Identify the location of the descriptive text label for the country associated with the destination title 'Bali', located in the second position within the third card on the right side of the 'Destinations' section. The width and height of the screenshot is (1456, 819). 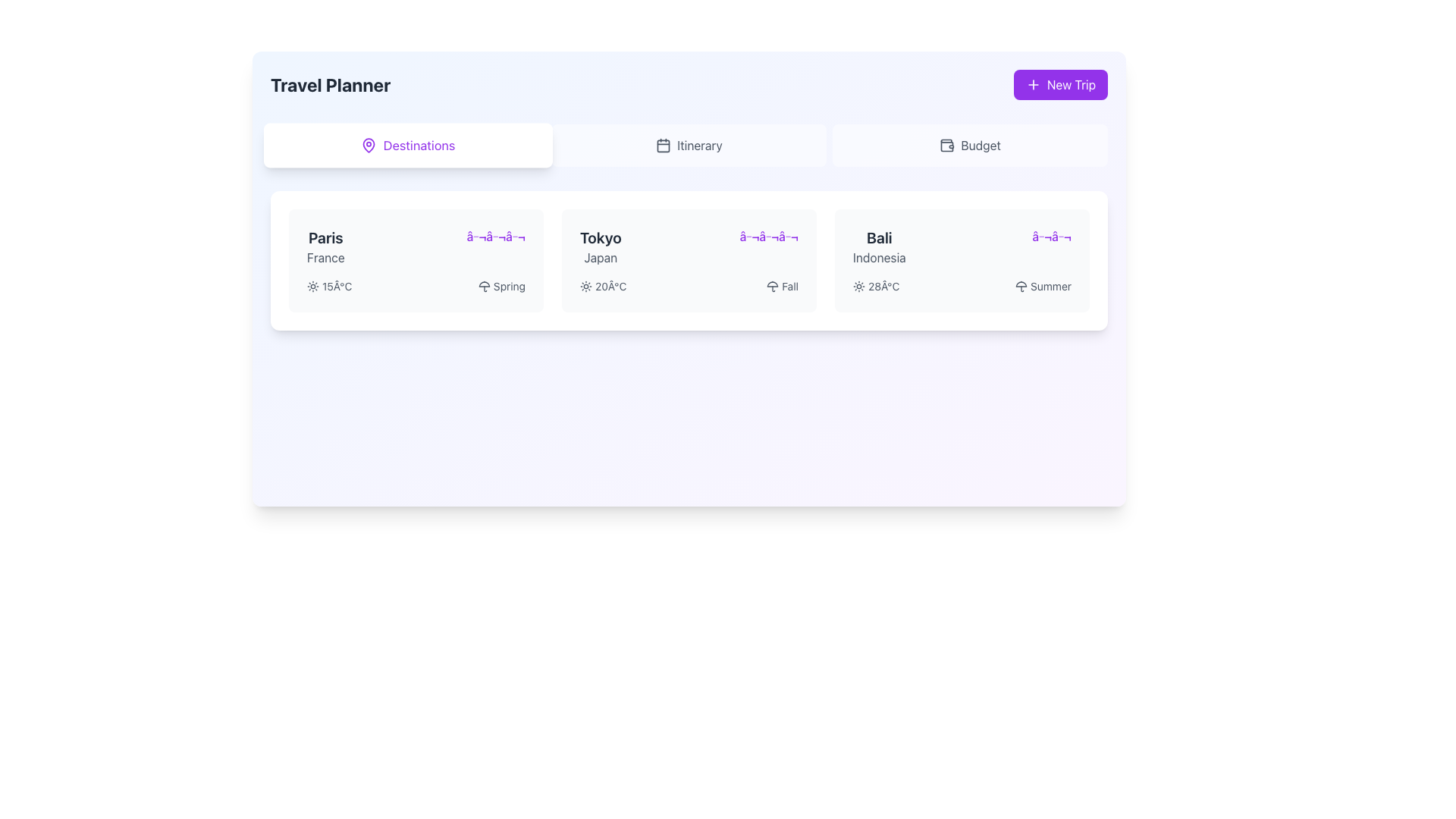
(879, 256).